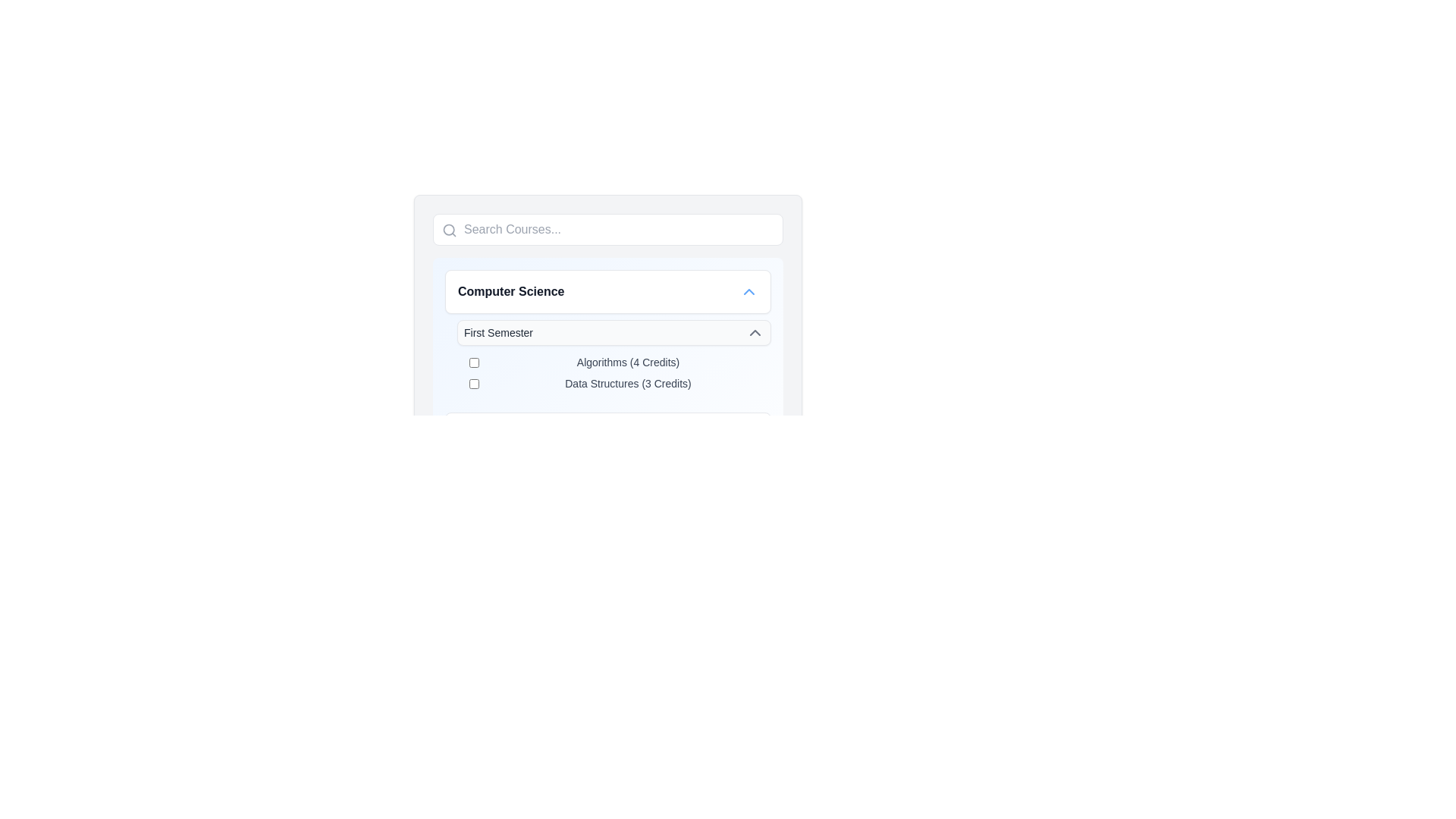 Image resolution: width=1456 pixels, height=819 pixels. What do you see at coordinates (449, 231) in the screenshot?
I see `the magnifying glass icon, which symbolizes the search operation and is located on the left side of the input field labeled 'Search Courses...'` at bounding box center [449, 231].